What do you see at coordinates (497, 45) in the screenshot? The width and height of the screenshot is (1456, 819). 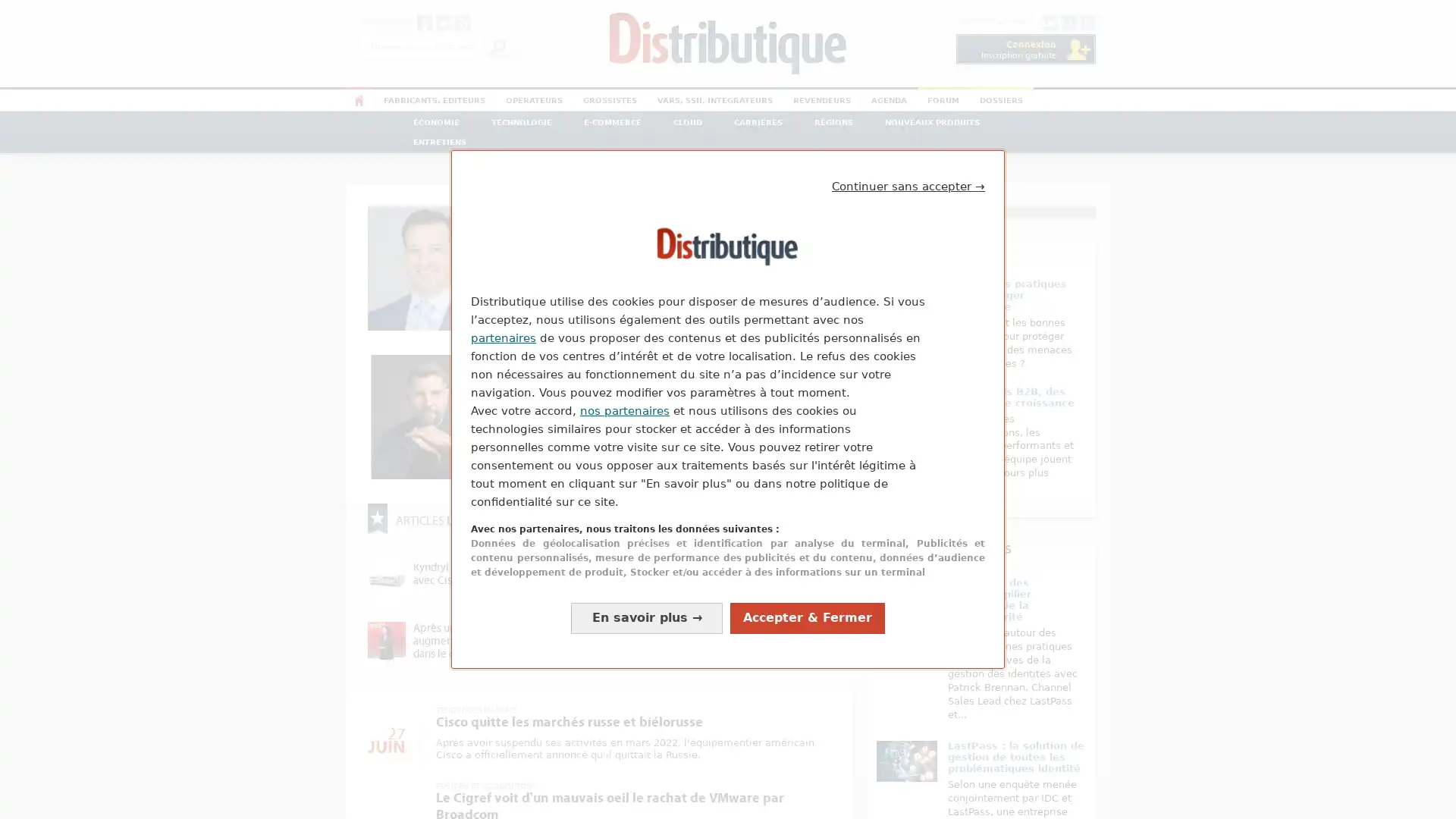 I see `Ok` at bounding box center [497, 45].